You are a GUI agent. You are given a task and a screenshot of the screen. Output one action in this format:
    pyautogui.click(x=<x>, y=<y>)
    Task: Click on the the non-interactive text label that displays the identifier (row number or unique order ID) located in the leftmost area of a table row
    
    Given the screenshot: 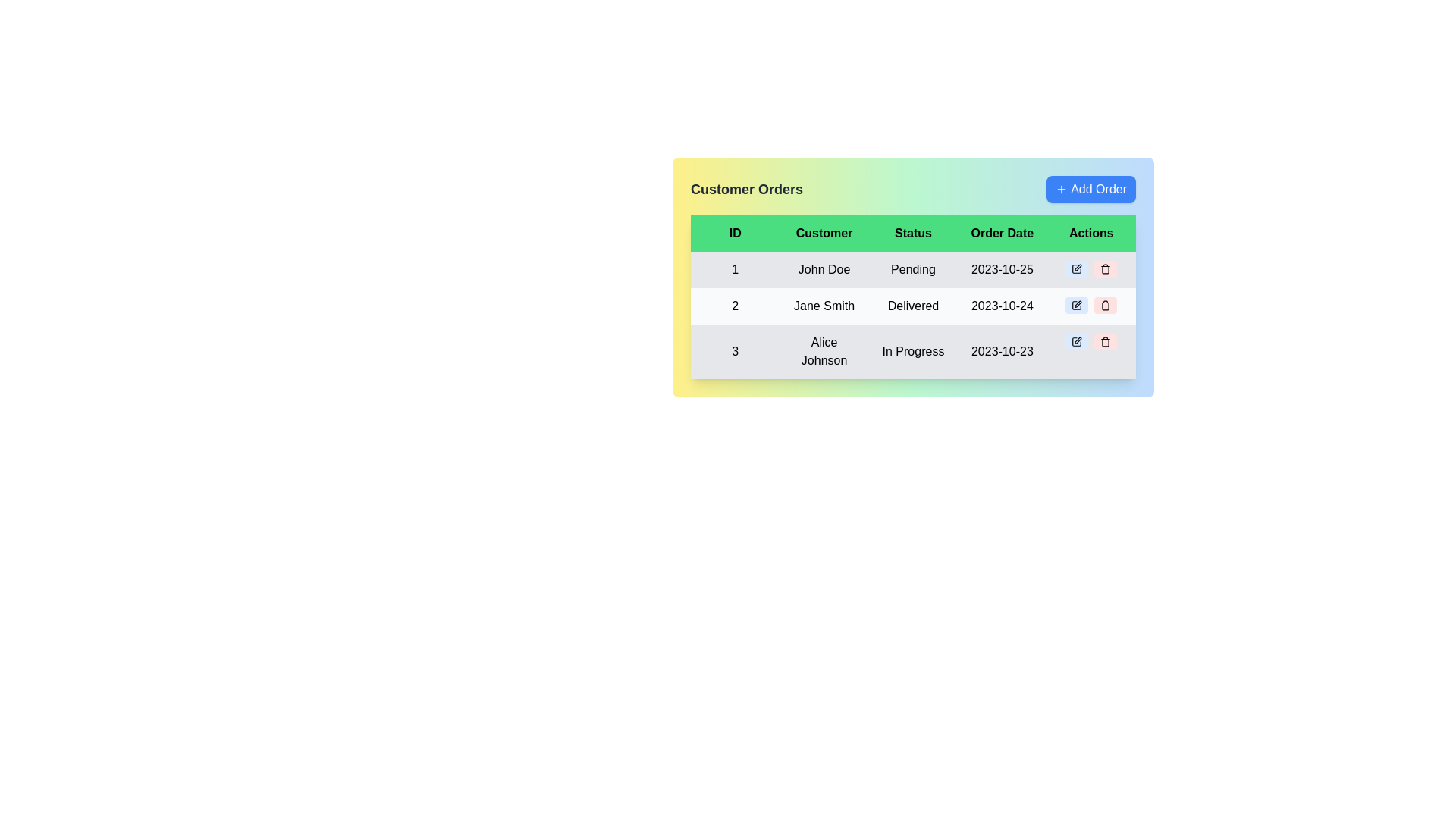 What is the action you would take?
    pyautogui.click(x=735, y=351)
    